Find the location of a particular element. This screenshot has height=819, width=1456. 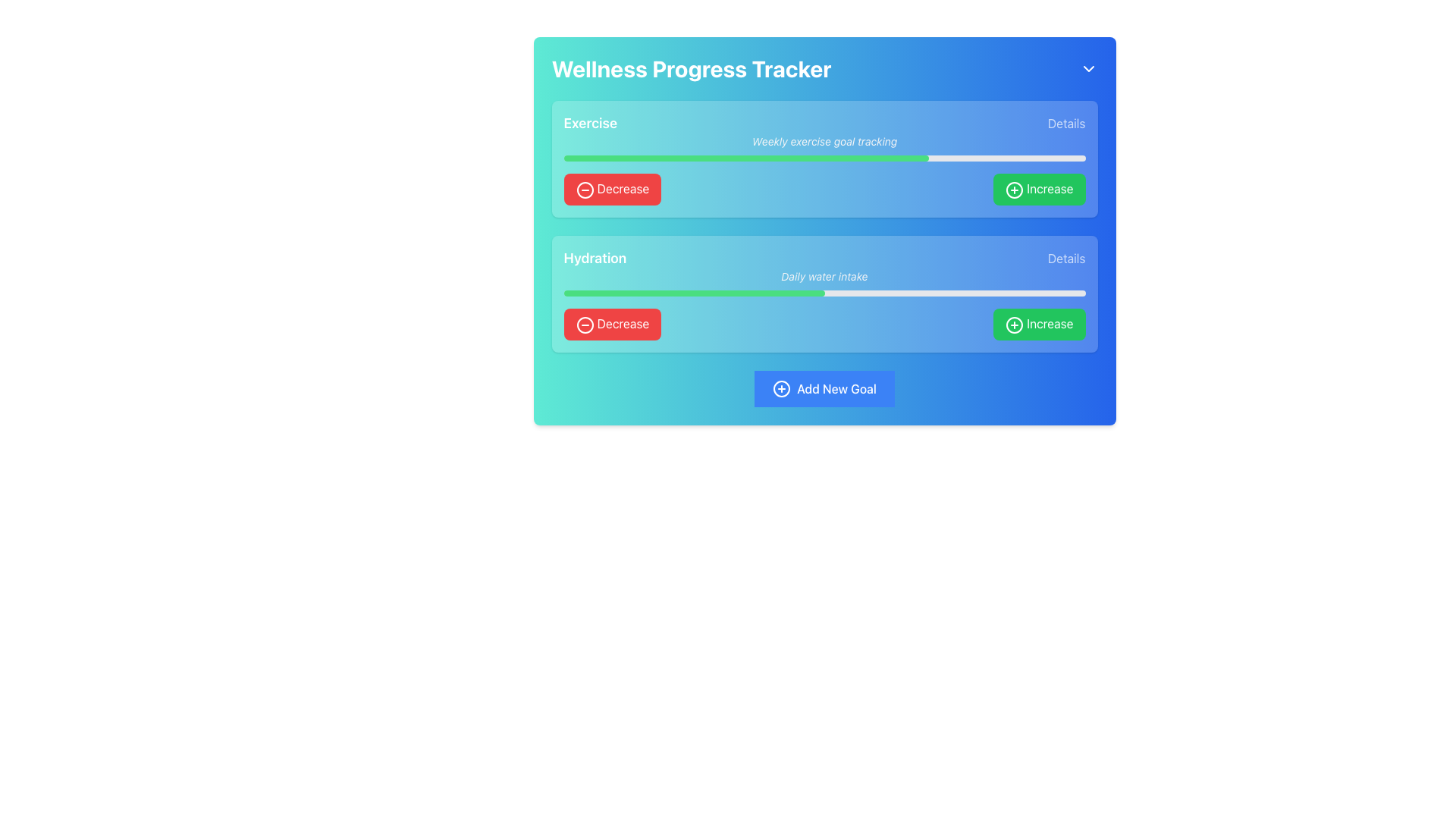

the circular outline at the center of the green 'Increase' button located in the 'Hydration' section is located at coordinates (1014, 324).